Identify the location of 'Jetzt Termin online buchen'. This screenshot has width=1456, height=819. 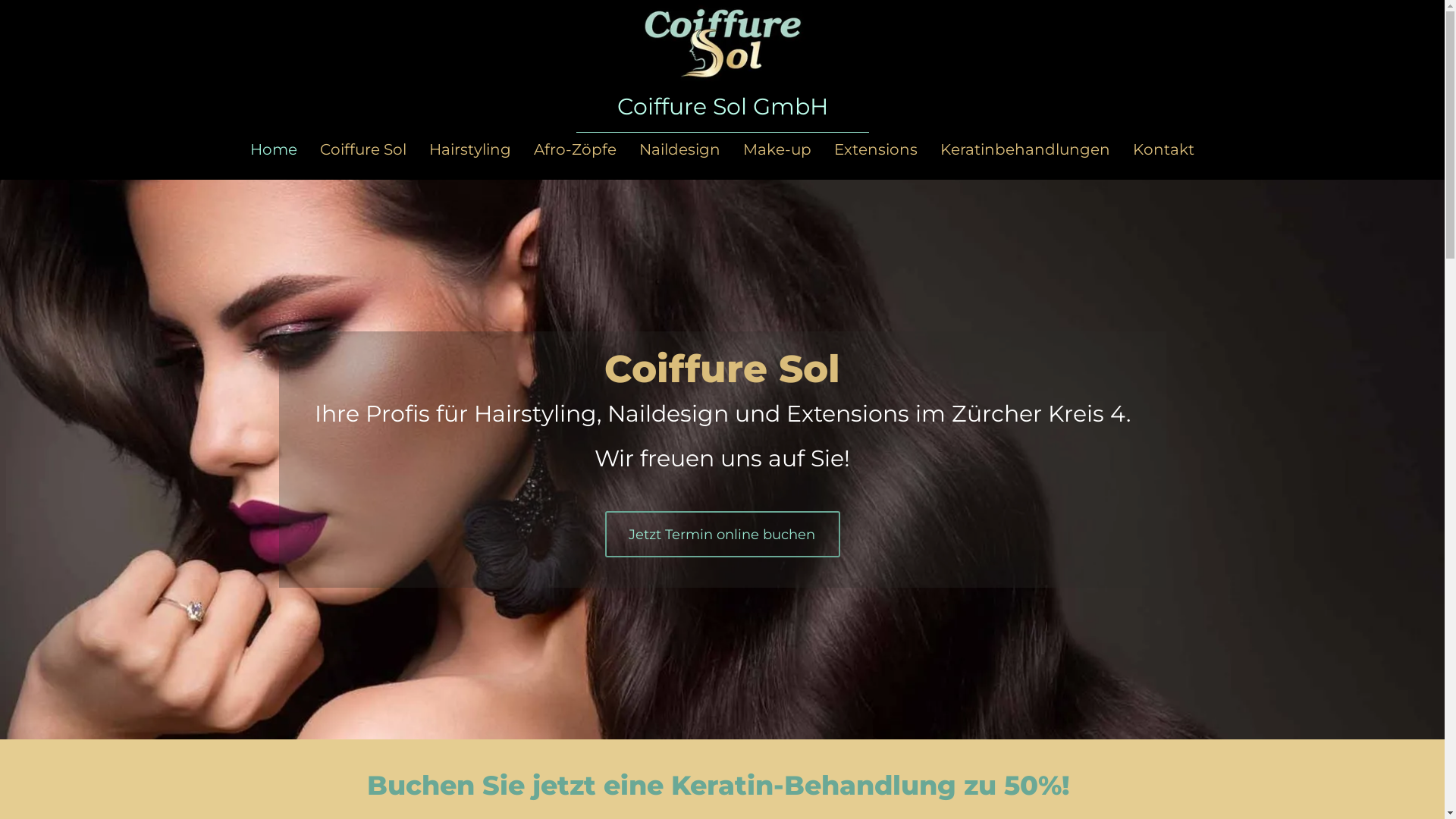
(722, 533).